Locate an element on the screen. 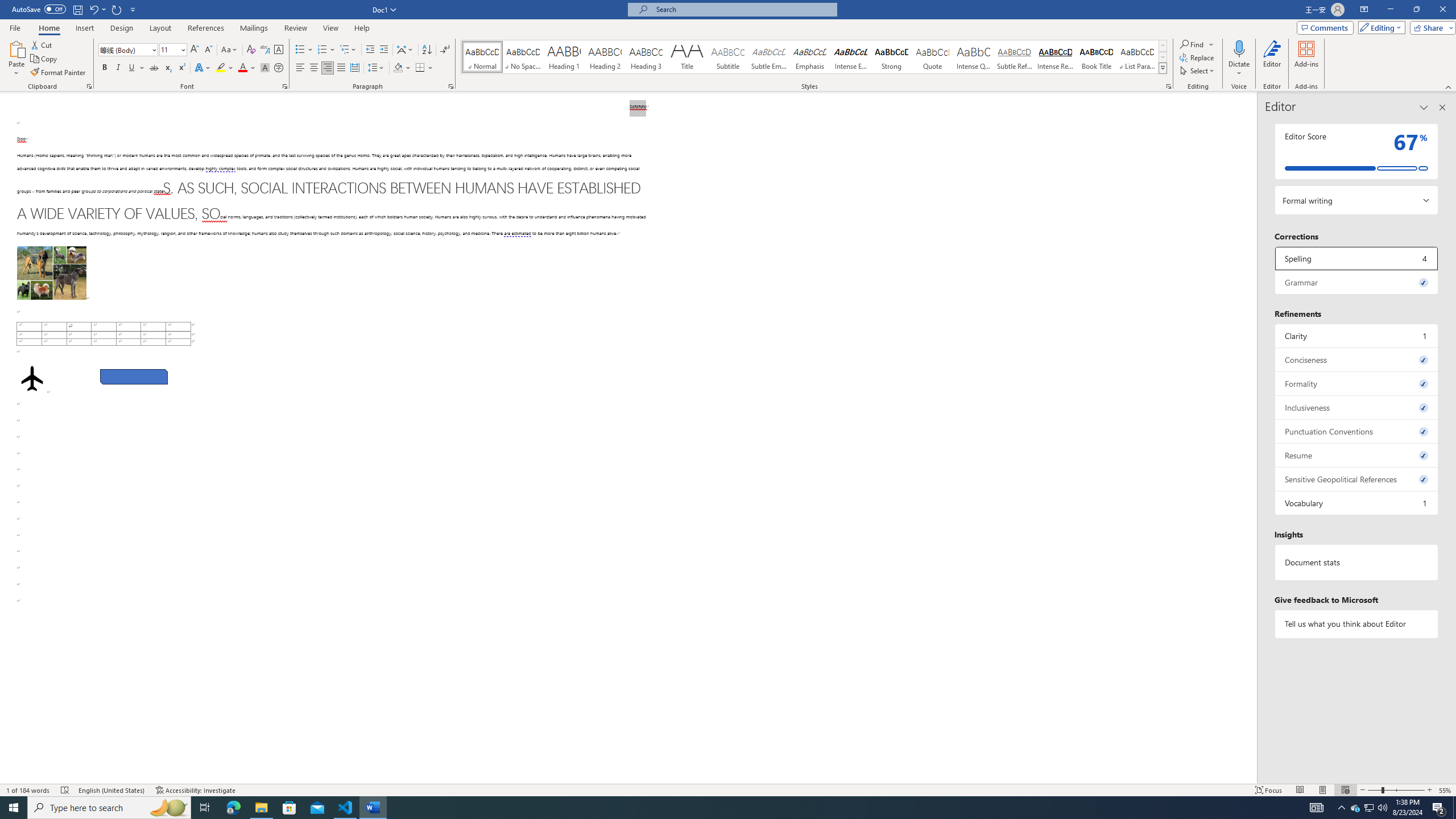  'Intense Reference' is located at coordinates (1055, 56).